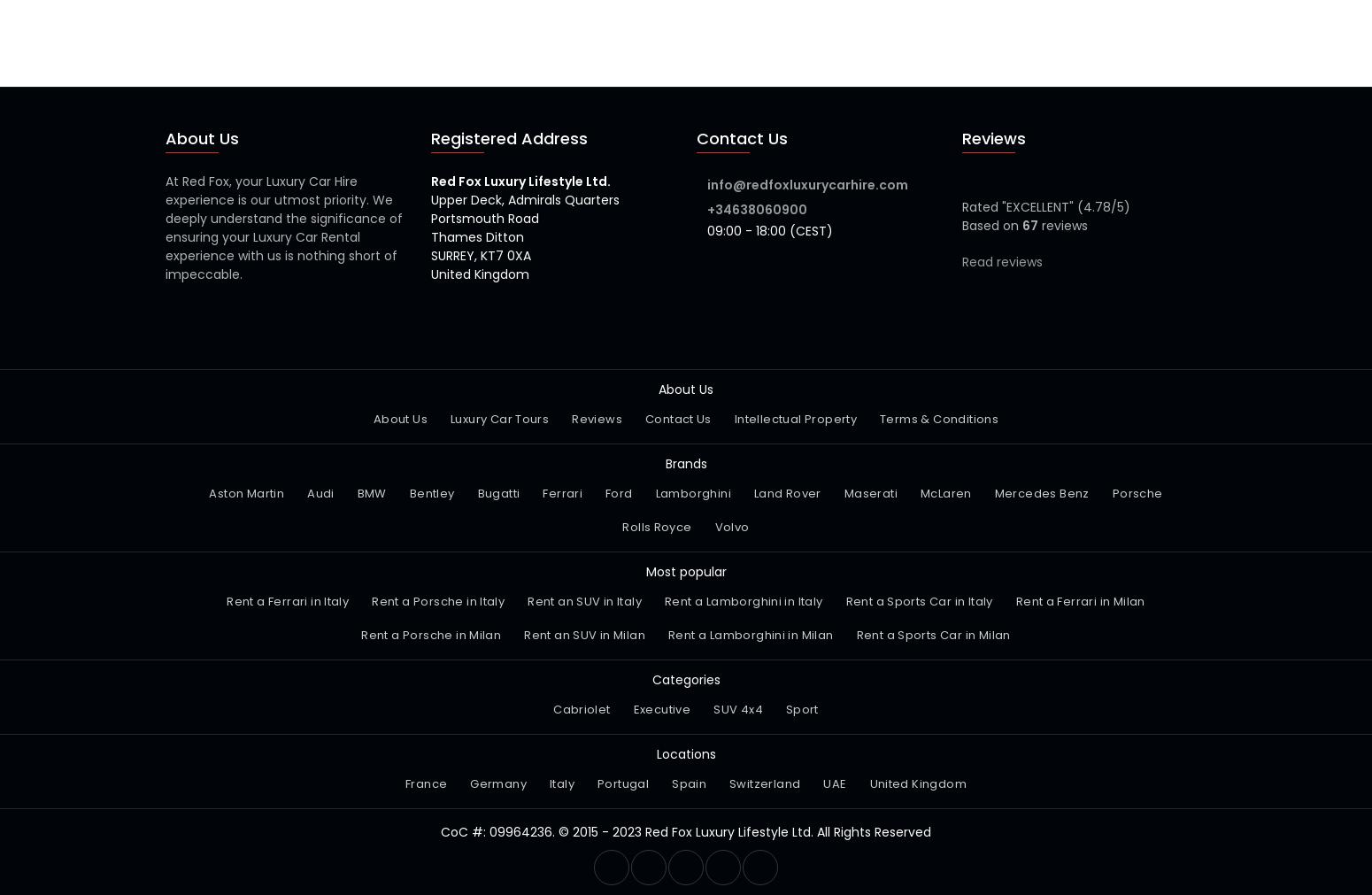 The height and width of the screenshot is (895, 1372). I want to click on 'Bugatti', so click(497, 493).